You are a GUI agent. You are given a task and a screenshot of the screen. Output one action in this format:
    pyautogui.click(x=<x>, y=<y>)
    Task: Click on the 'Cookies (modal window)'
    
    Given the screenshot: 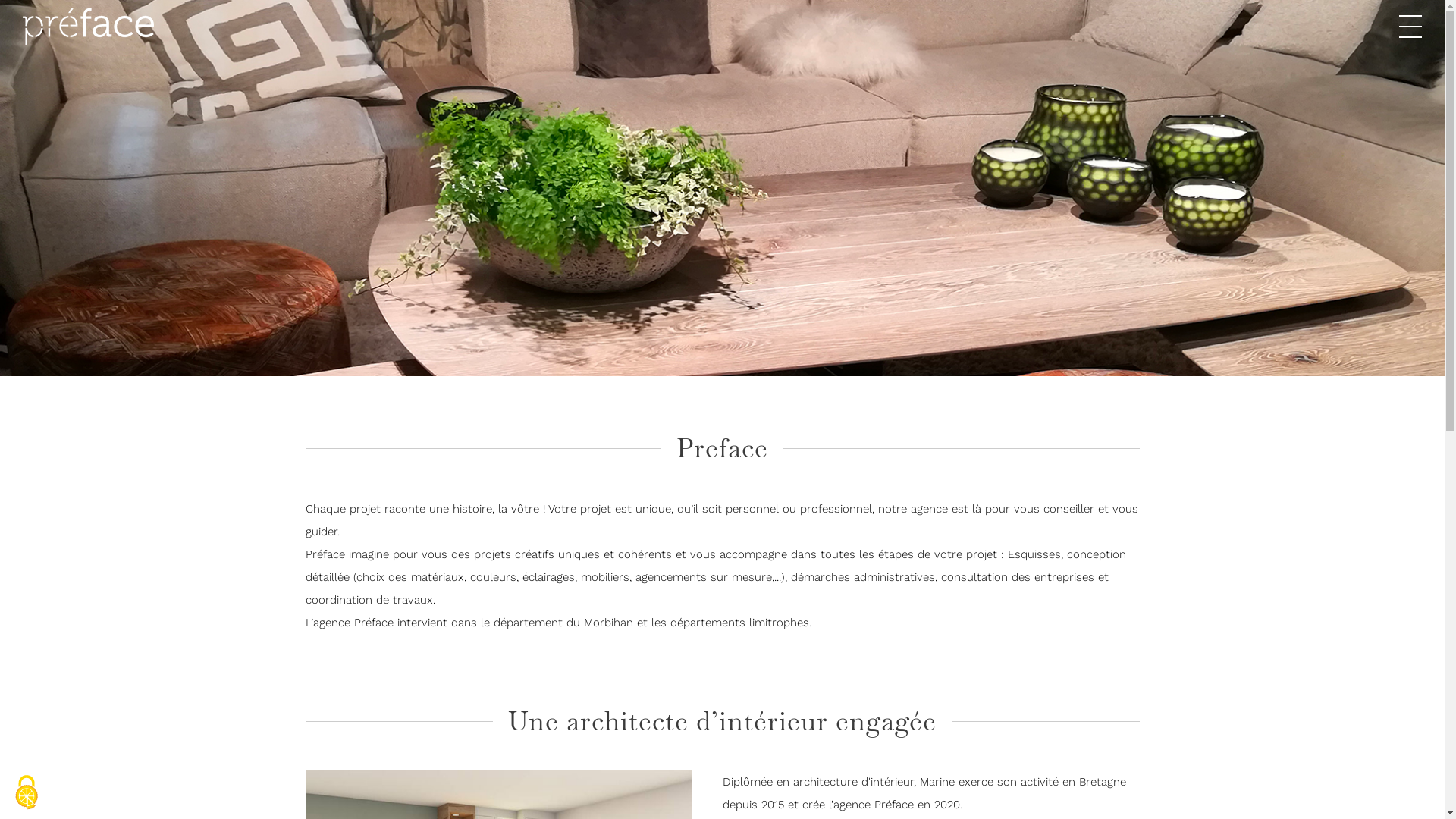 What is the action you would take?
    pyautogui.click(x=26, y=792)
    